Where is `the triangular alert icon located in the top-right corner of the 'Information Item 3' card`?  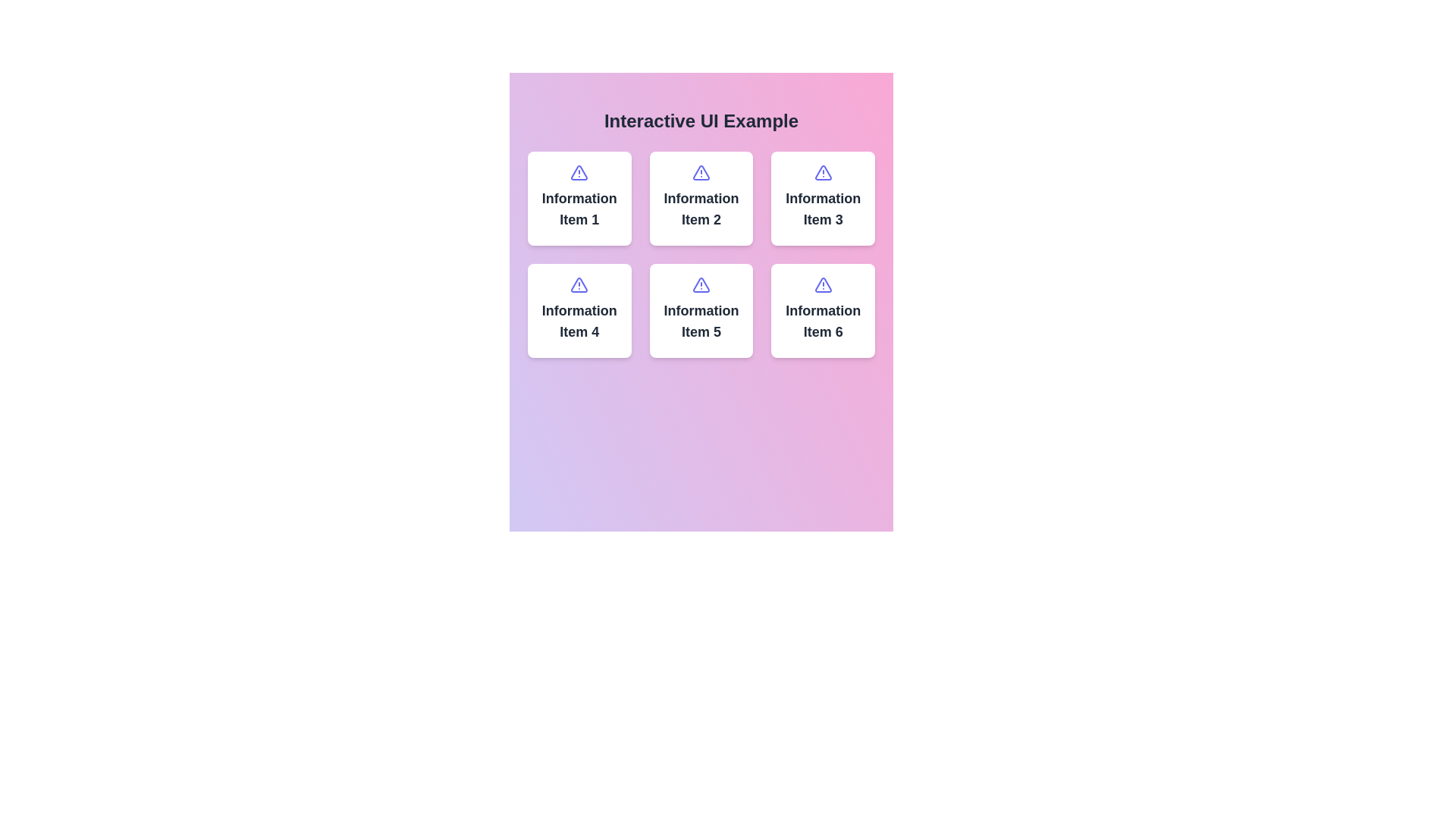
the triangular alert icon located in the top-right corner of the 'Information Item 3' card is located at coordinates (822, 171).